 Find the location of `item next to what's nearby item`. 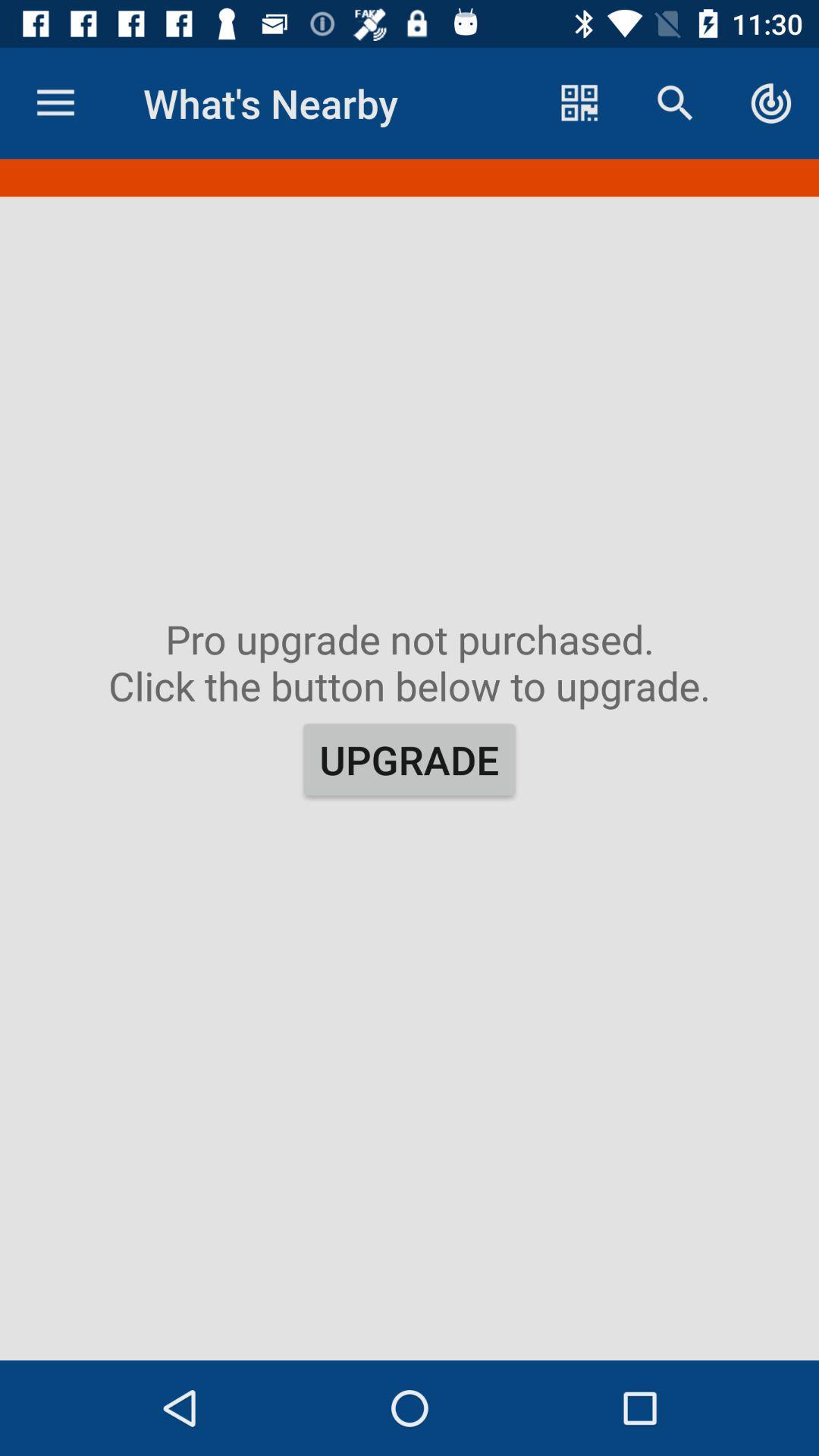

item next to what's nearby item is located at coordinates (55, 102).